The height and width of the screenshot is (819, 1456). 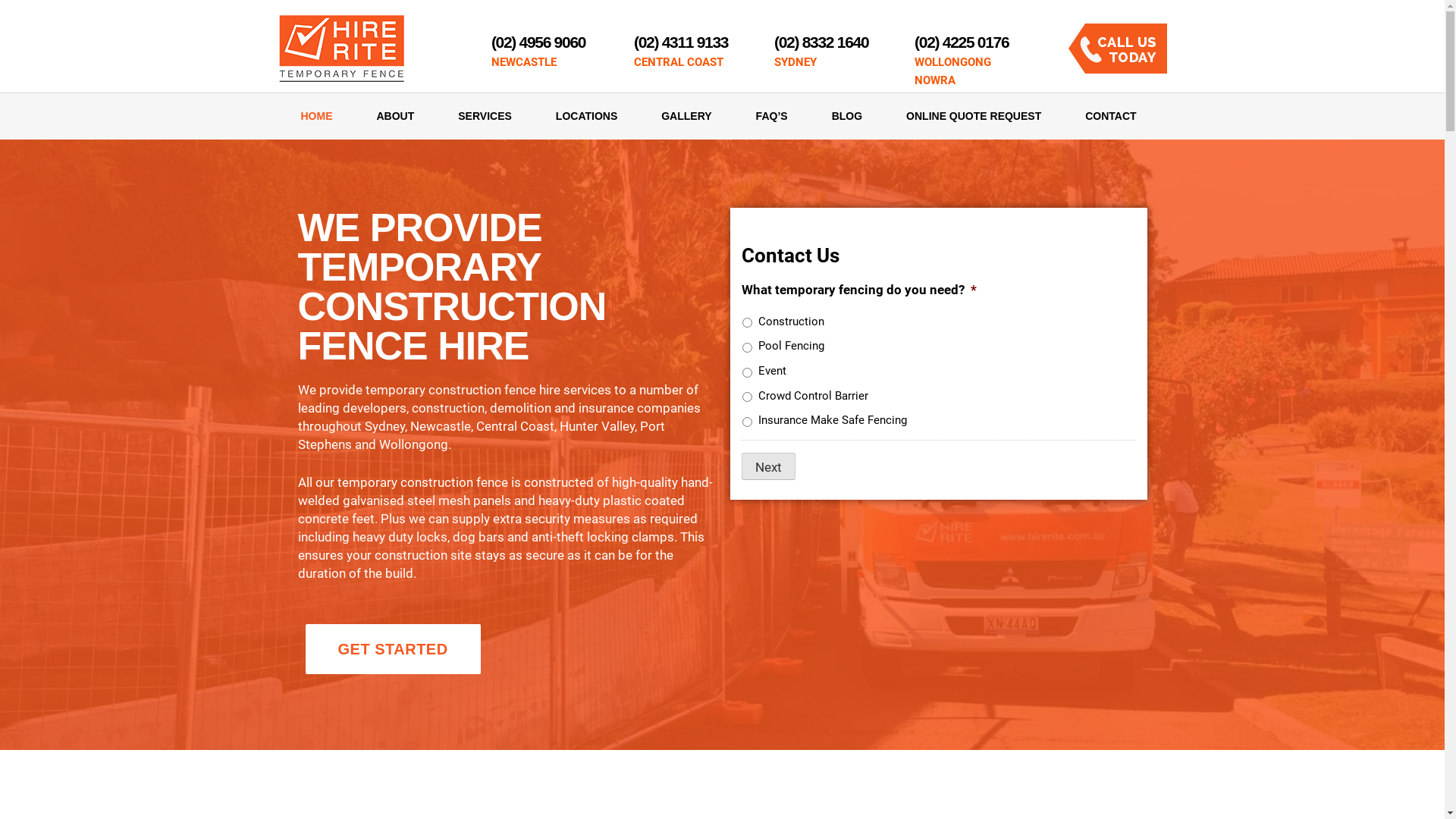 What do you see at coordinates (315, 115) in the screenshot?
I see `'HOME'` at bounding box center [315, 115].